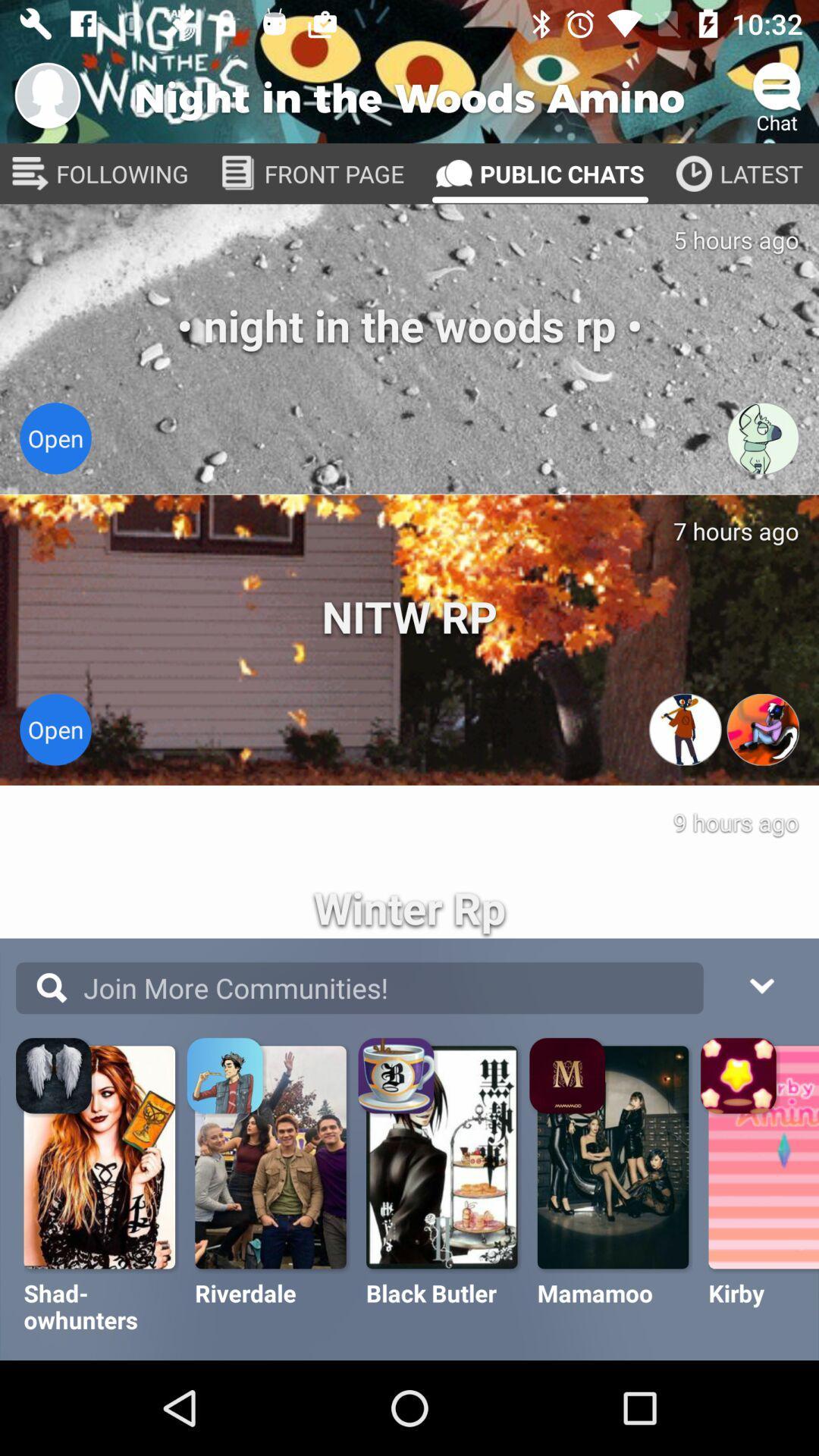 The width and height of the screenshot is (819, 1456). Describe the element at coordinates (761, 984) in the screenshot. I see `the expand_more icon` at that location.